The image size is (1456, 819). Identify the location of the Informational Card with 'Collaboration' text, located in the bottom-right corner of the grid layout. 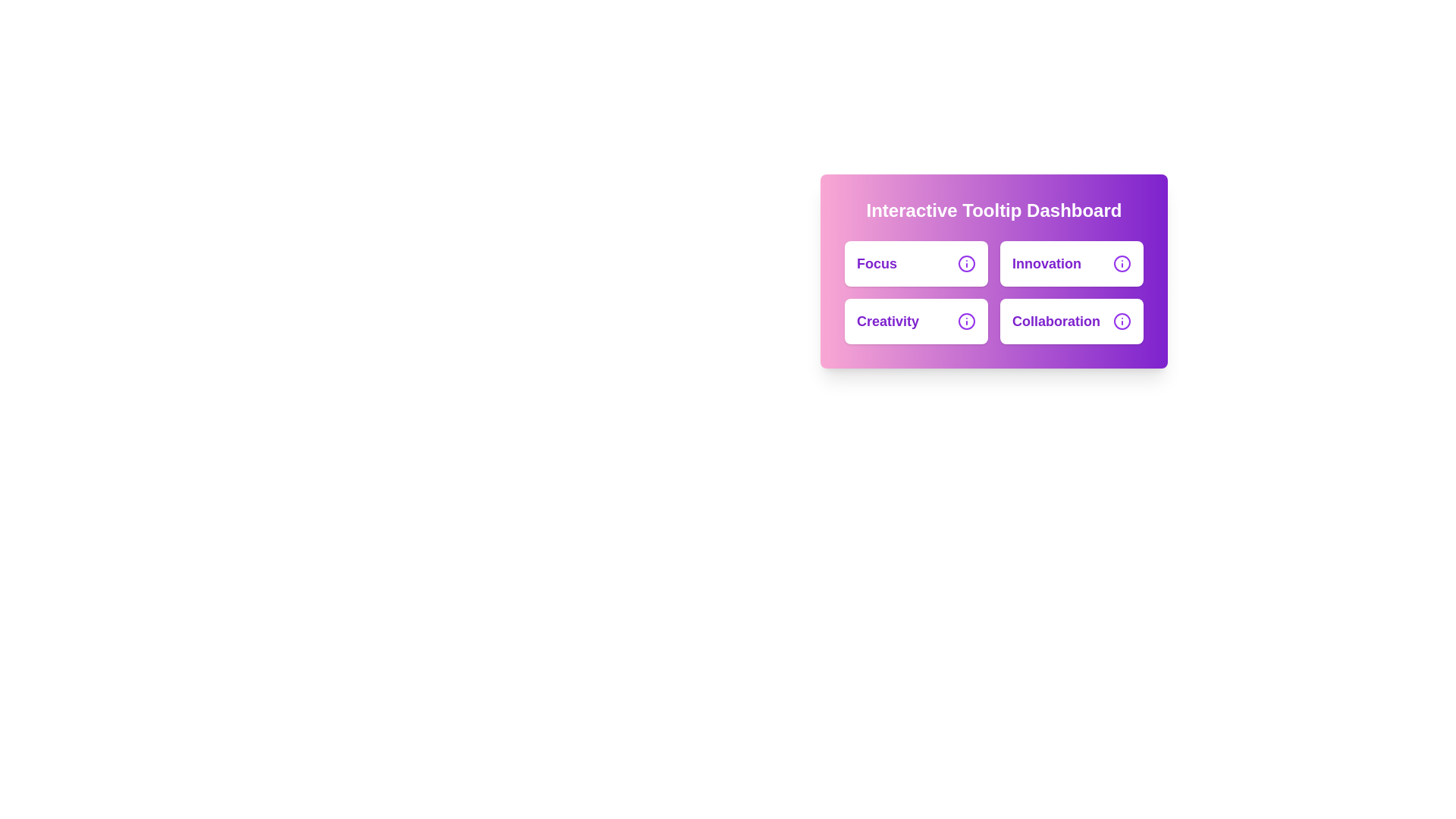
(1071, 321).